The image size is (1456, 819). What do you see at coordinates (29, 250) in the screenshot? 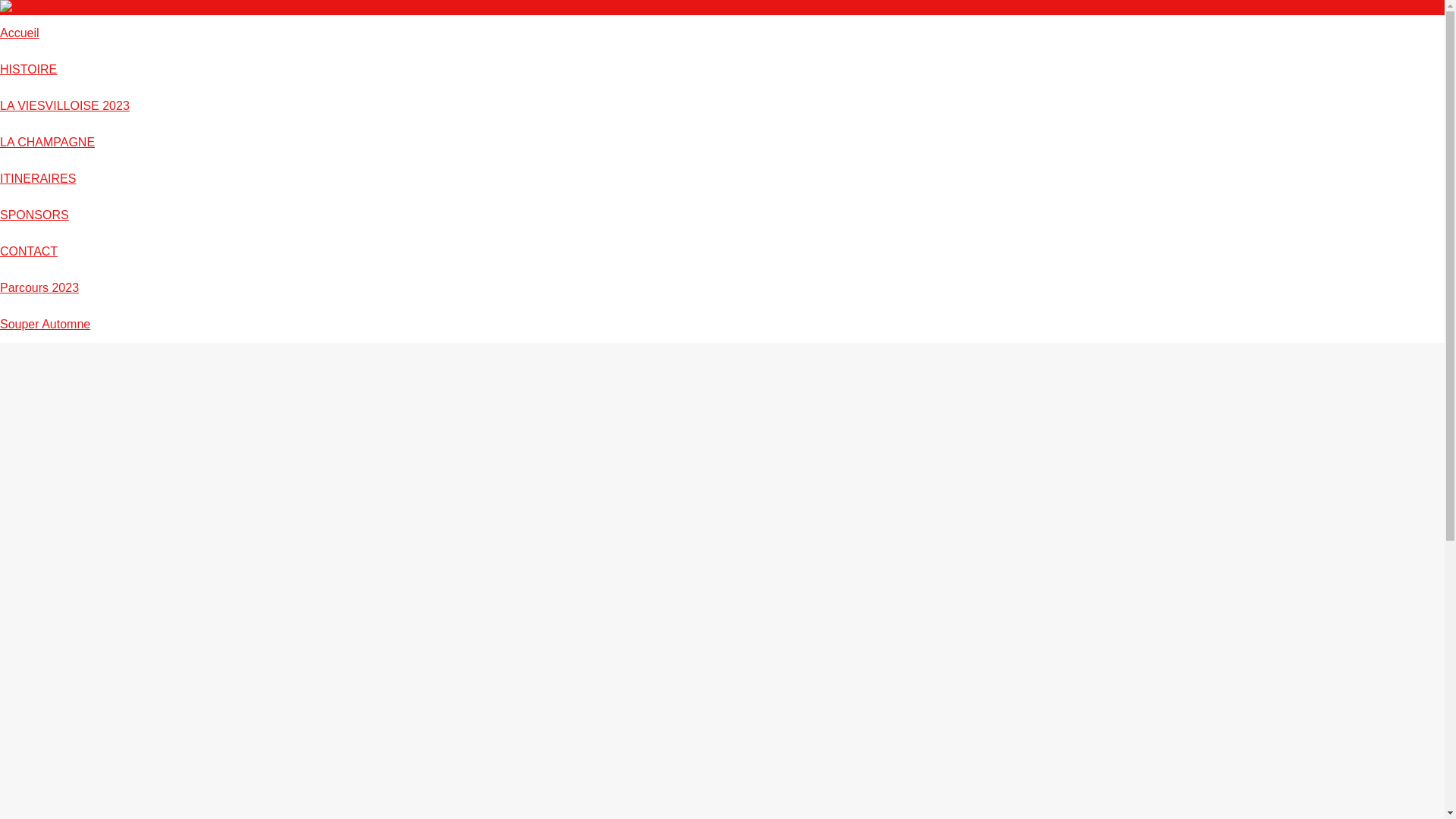
I see `'CONTACT'` at bounding box center [29, 250].